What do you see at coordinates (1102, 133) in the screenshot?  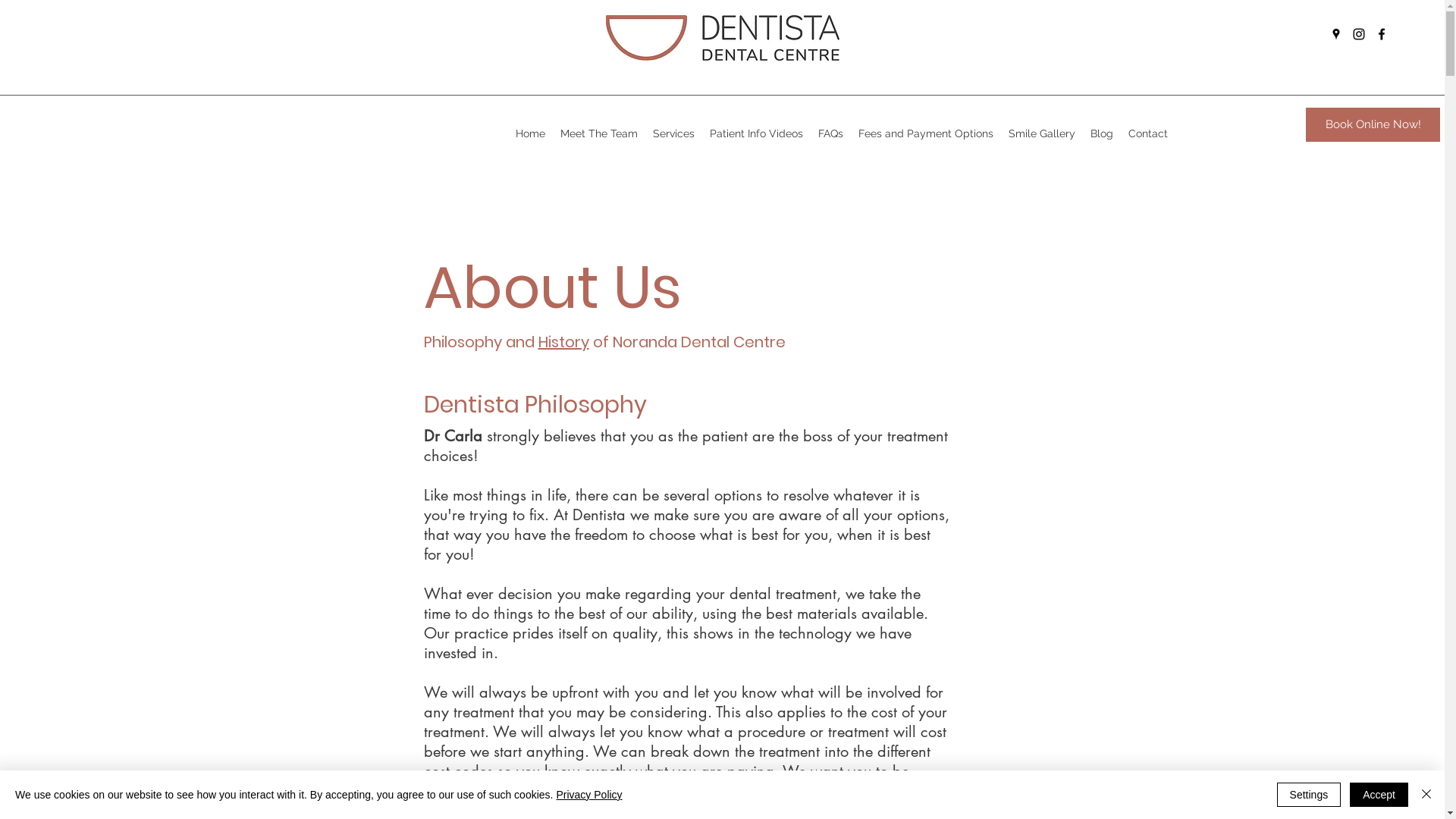 I see `'Blog'` at bounding box center [1102, 133].